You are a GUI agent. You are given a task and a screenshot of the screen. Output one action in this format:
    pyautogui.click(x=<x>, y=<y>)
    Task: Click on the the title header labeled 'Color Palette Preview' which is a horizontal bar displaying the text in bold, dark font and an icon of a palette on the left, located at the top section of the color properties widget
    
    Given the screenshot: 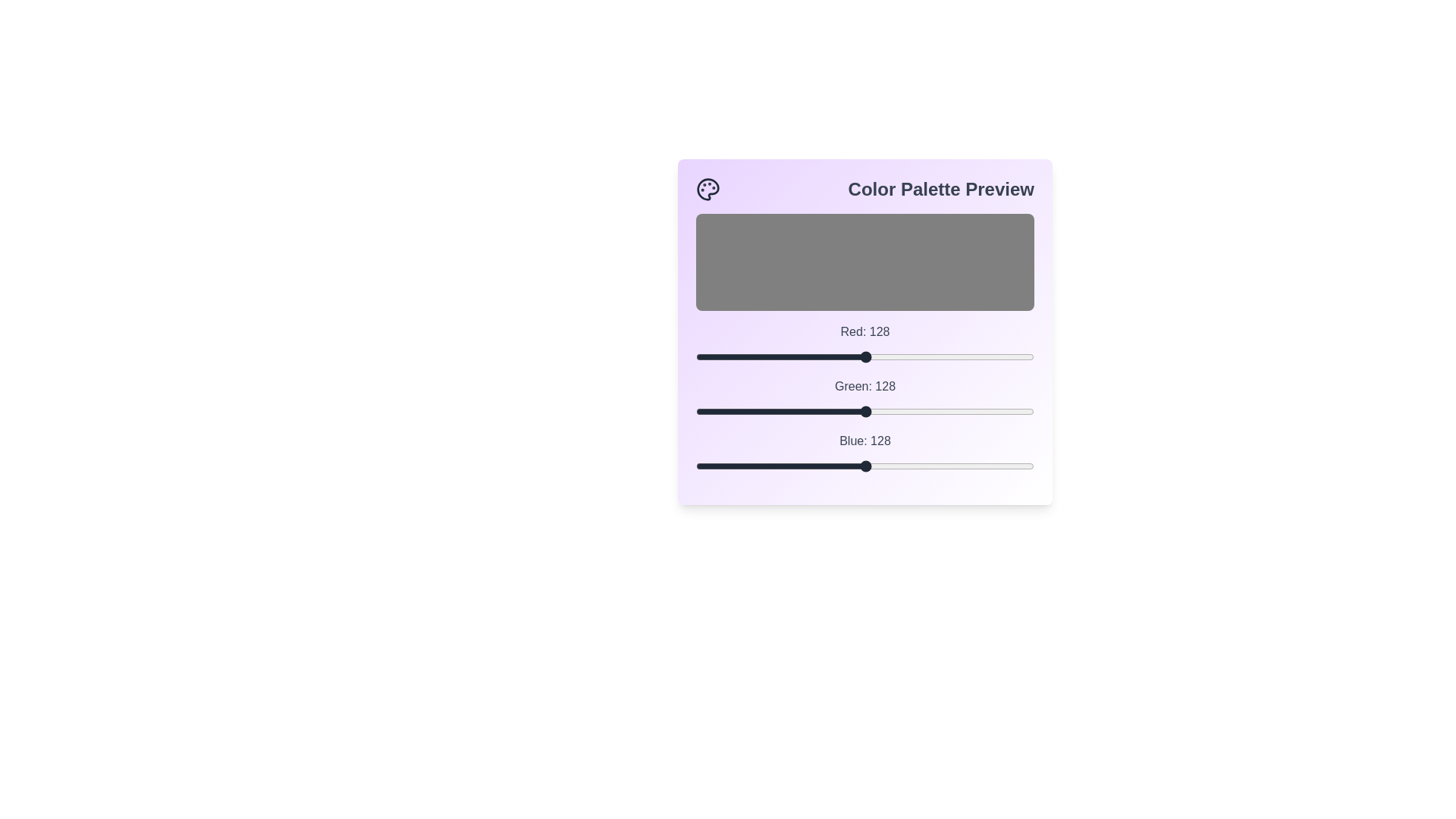 What is the action you would take?
    pyautogui.click(x=865, y=189)
    